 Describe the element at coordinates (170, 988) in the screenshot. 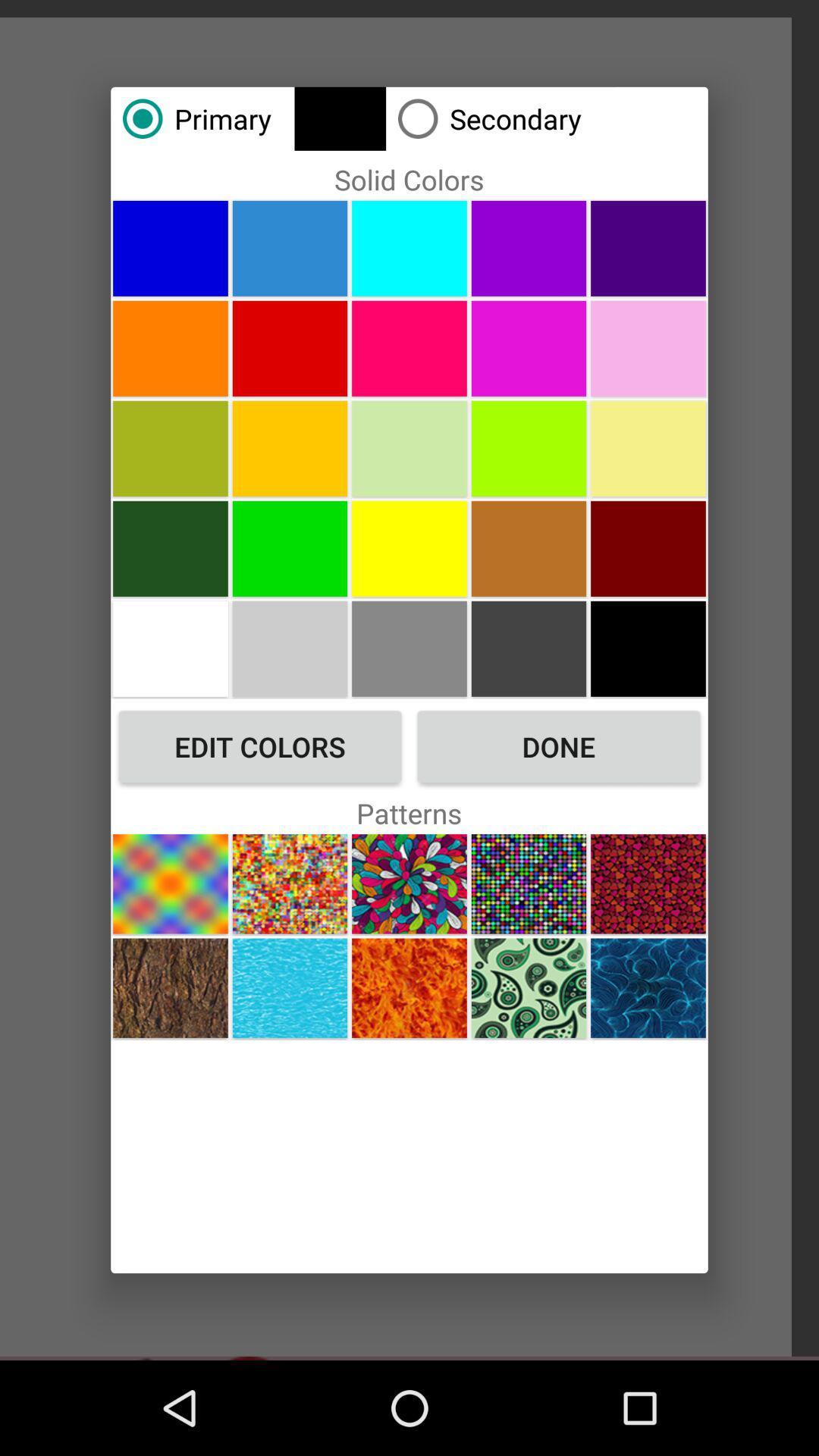

I see `button at the bottom left corner` at that location.